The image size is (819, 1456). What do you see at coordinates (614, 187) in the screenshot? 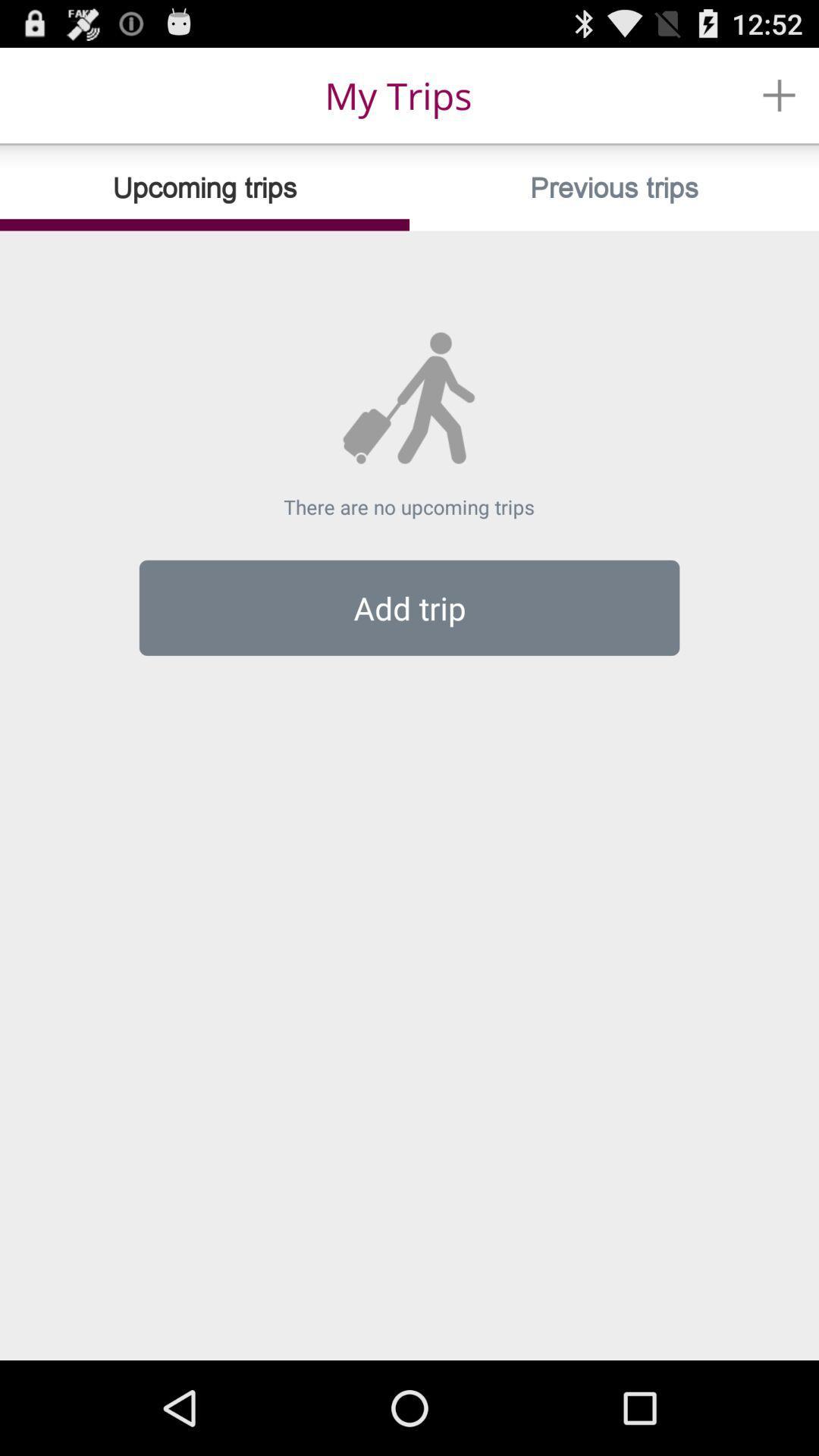
I see `previous trips icon` at bounding box center [614, 187].